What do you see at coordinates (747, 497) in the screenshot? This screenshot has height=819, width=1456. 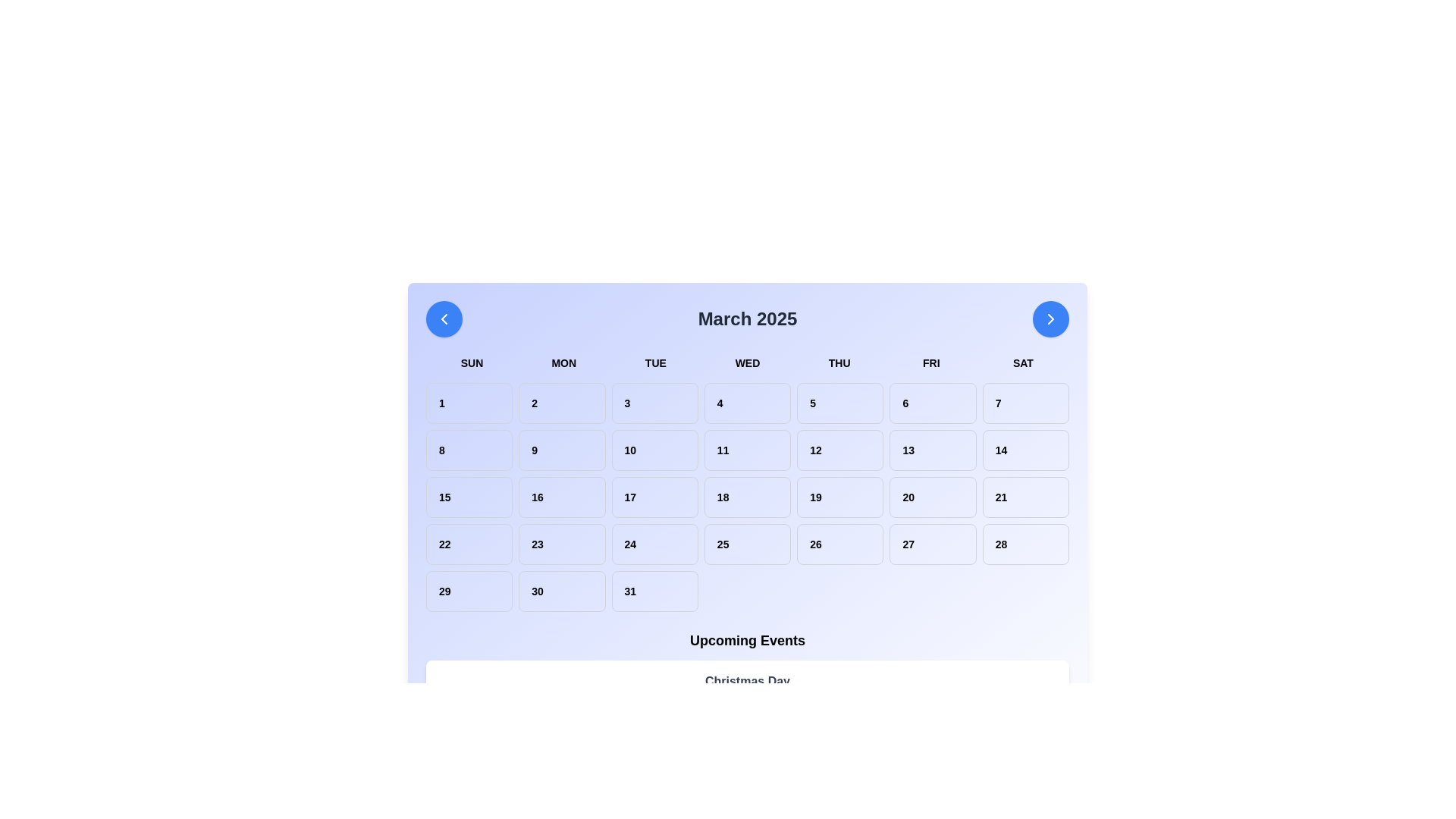 I see `the calendar date cell representing the date '18'` at bounding box center [747, 497].